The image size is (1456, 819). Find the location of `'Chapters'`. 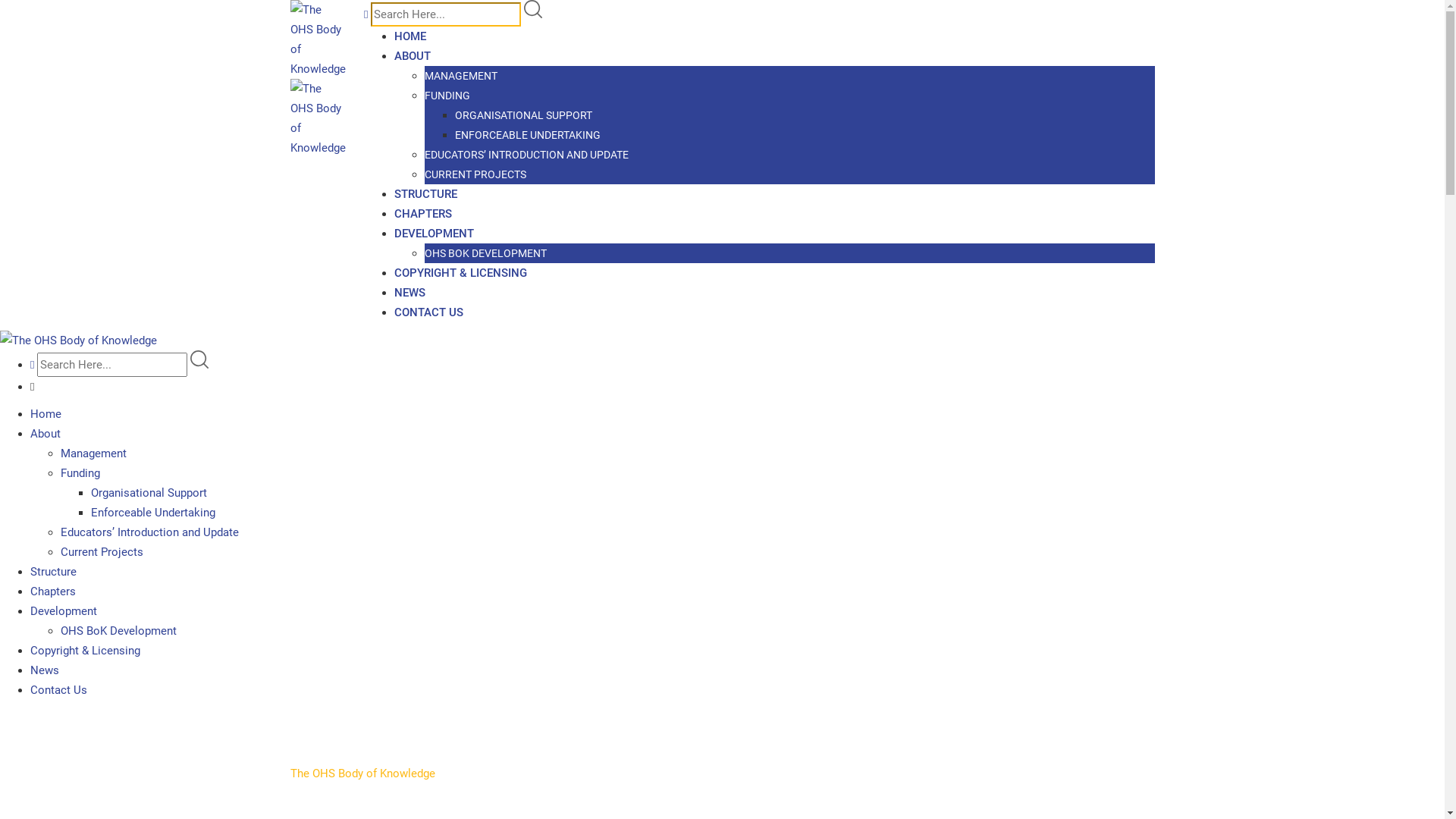

'Chapters' is located at coordinates (53, 590).